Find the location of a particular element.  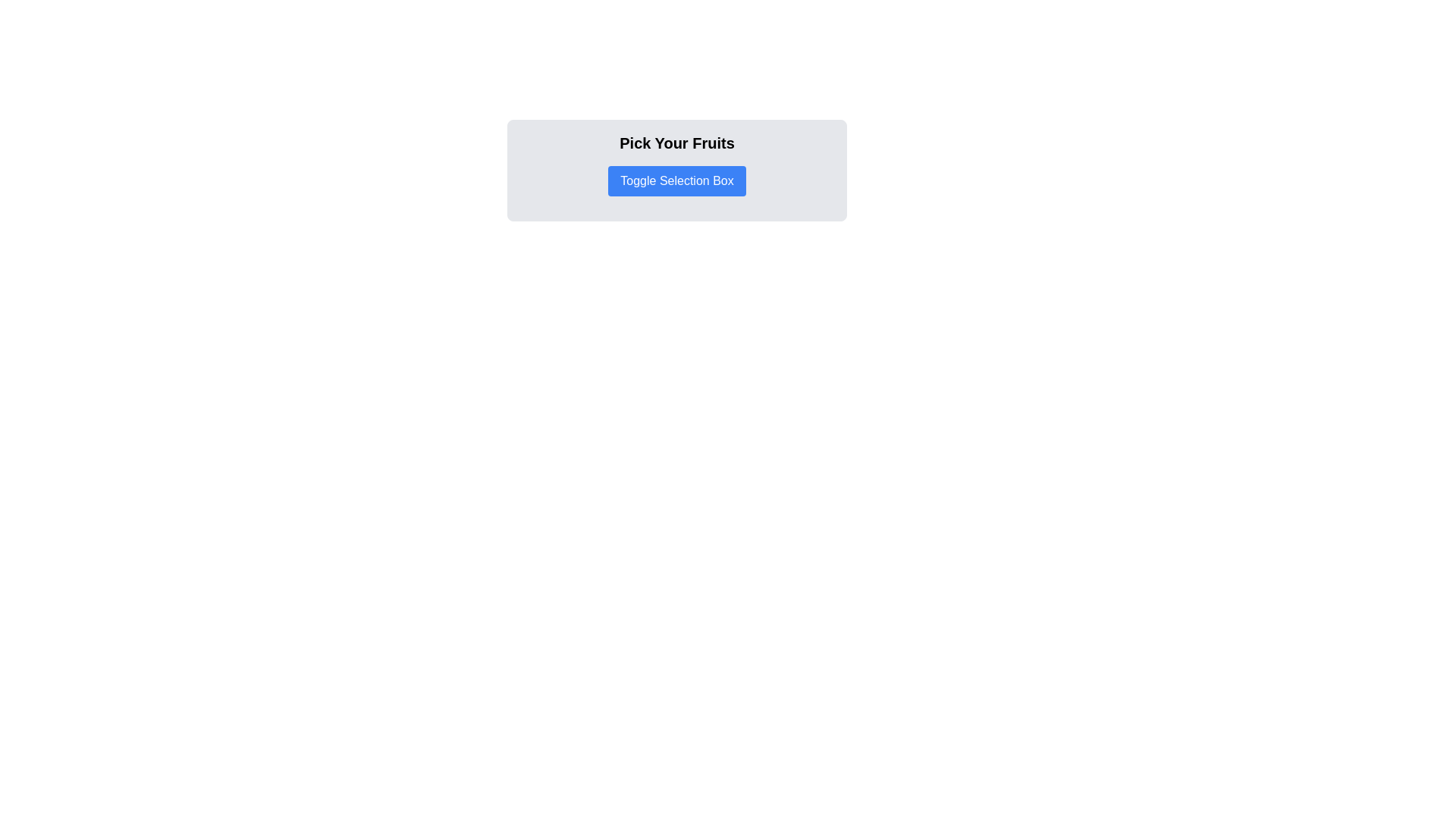

the Text Header element that serves as the title for the content section, positioned above the 'Toggle Selection Box' button is located at coordinates (676, 143).